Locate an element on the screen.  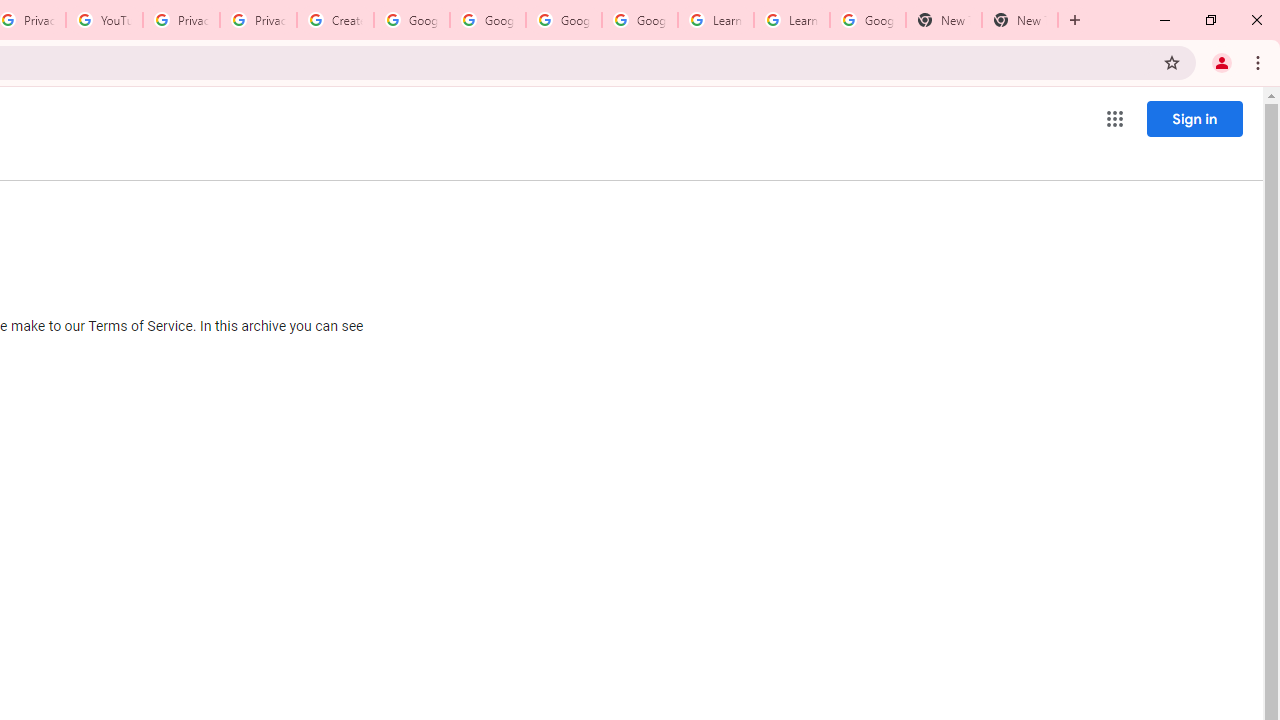
'YouTube' is located at coordinates (103, 20).